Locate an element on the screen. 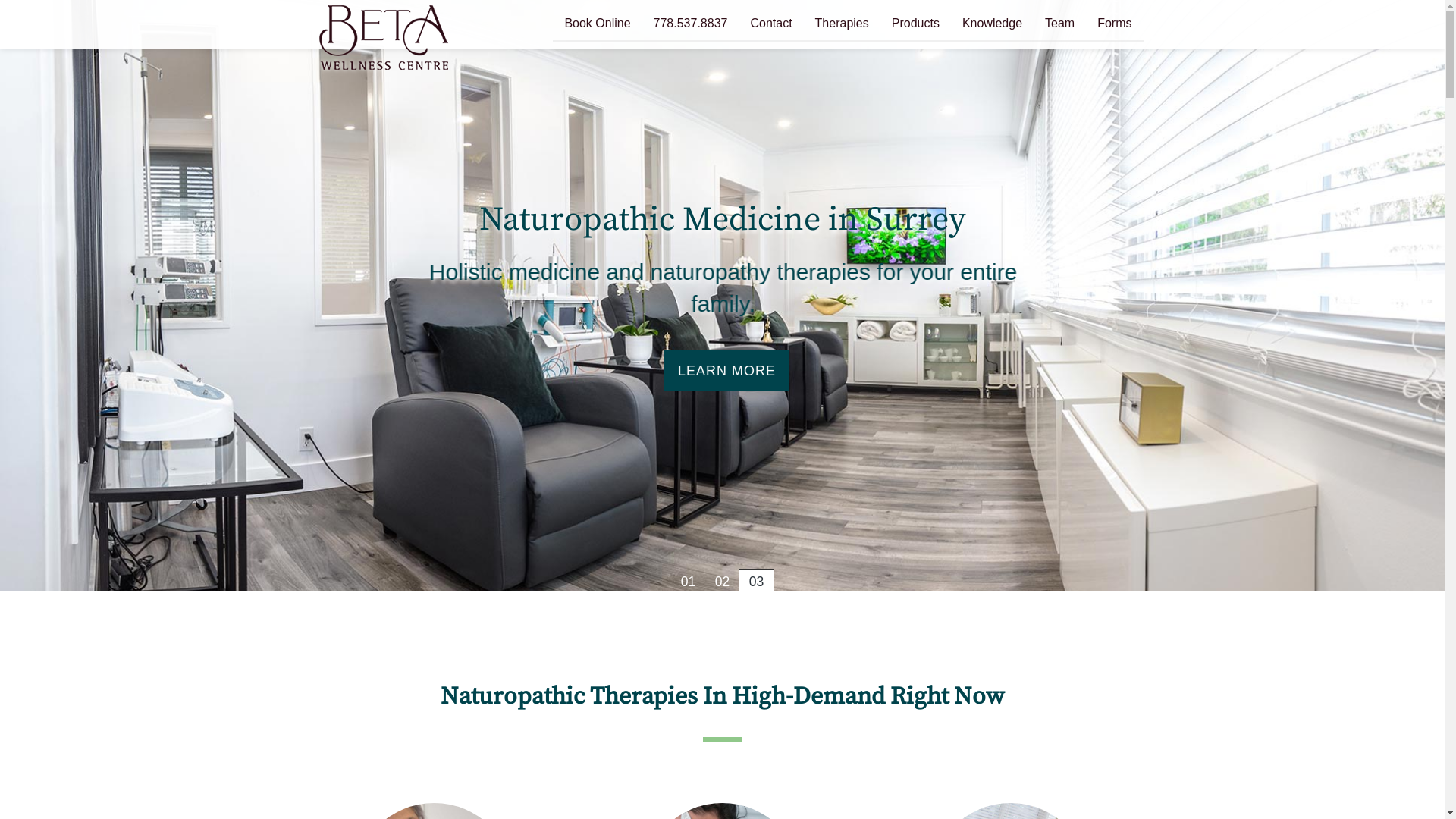  'WELCOME!' is located at coordinates (720, 370).